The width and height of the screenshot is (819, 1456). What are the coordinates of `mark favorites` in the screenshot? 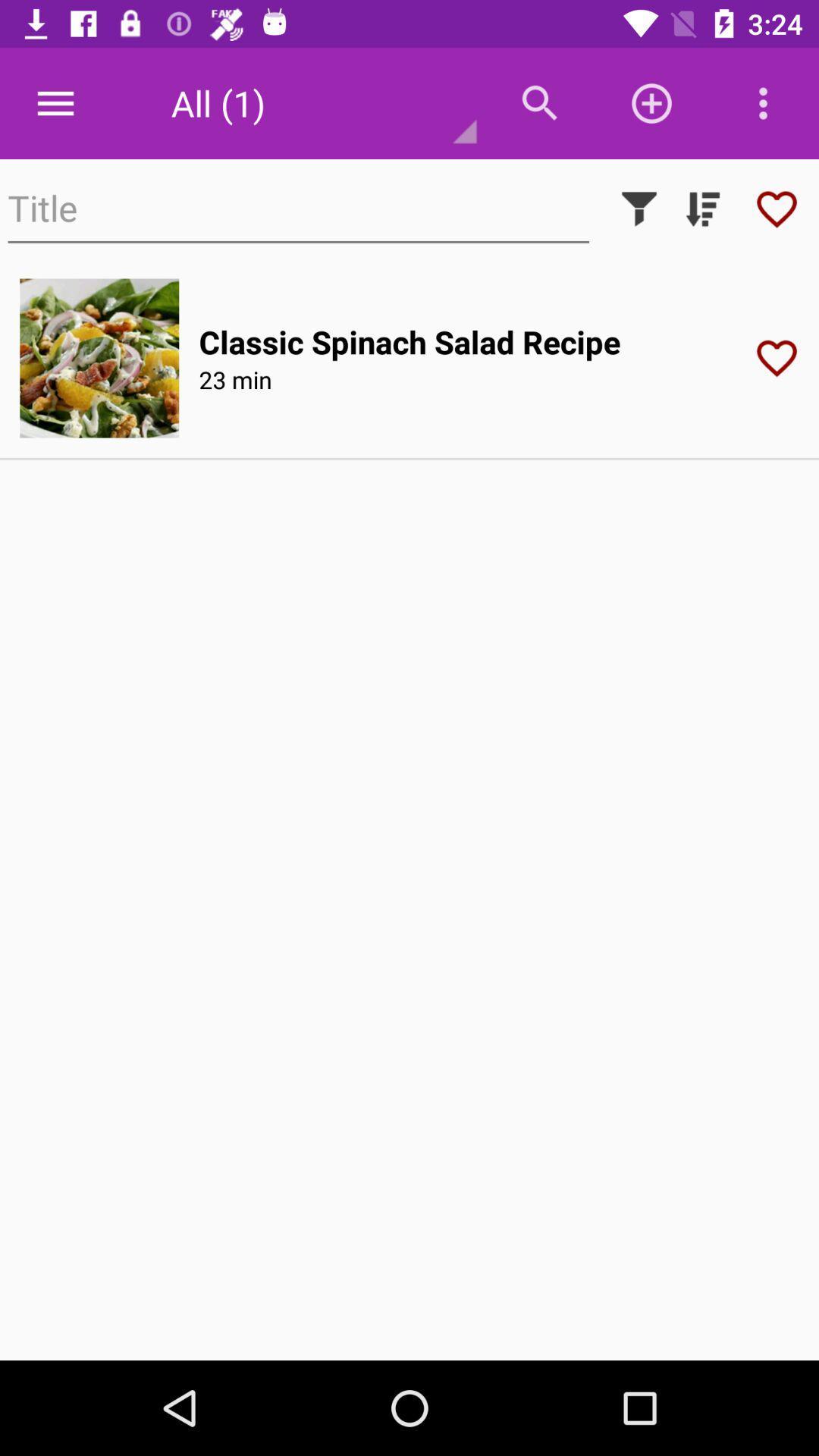 It's located at (777, 208).